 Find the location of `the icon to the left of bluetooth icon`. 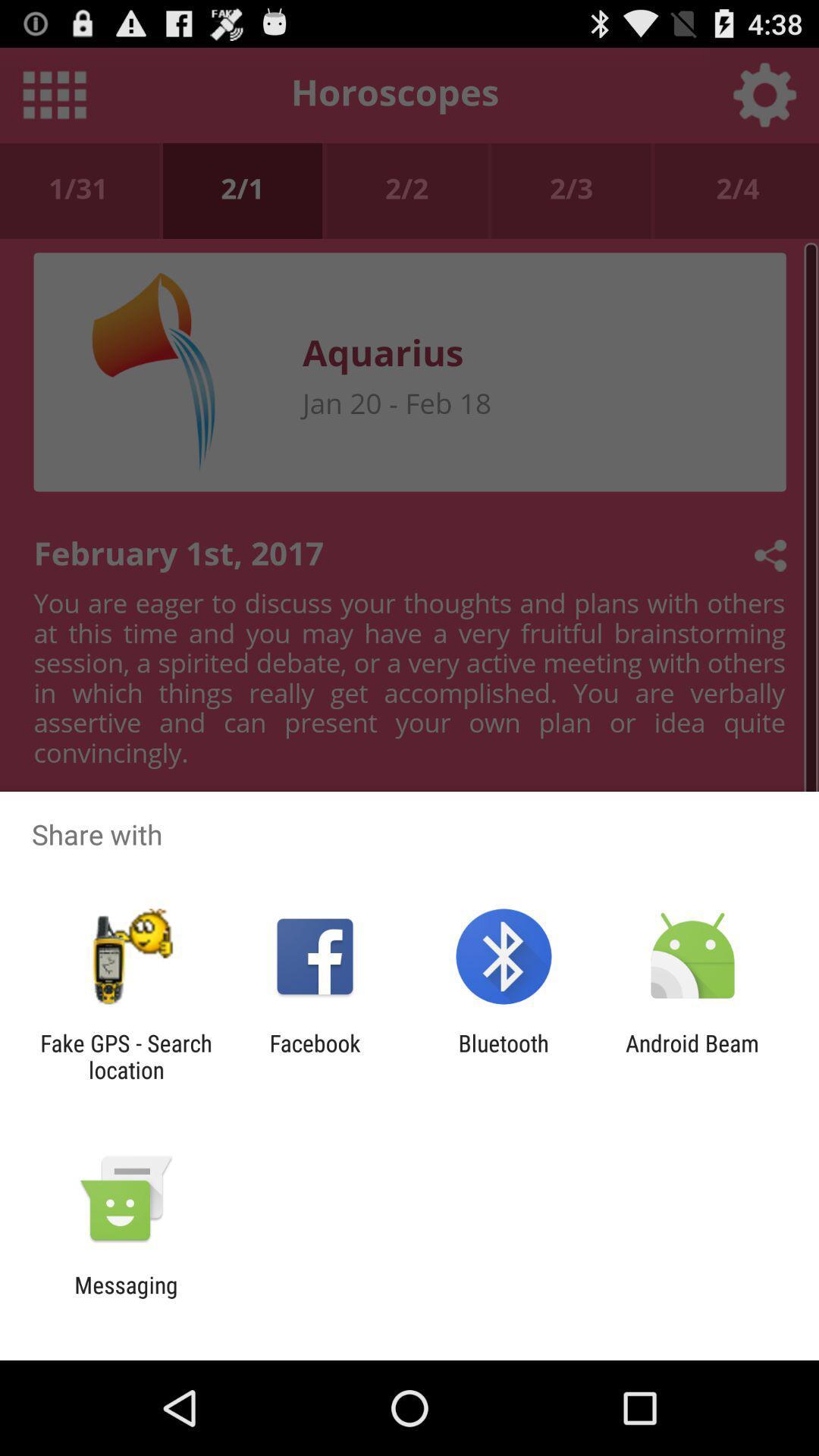

the icon to the left of bluetooth icon is located at coordinates (314, 1056).